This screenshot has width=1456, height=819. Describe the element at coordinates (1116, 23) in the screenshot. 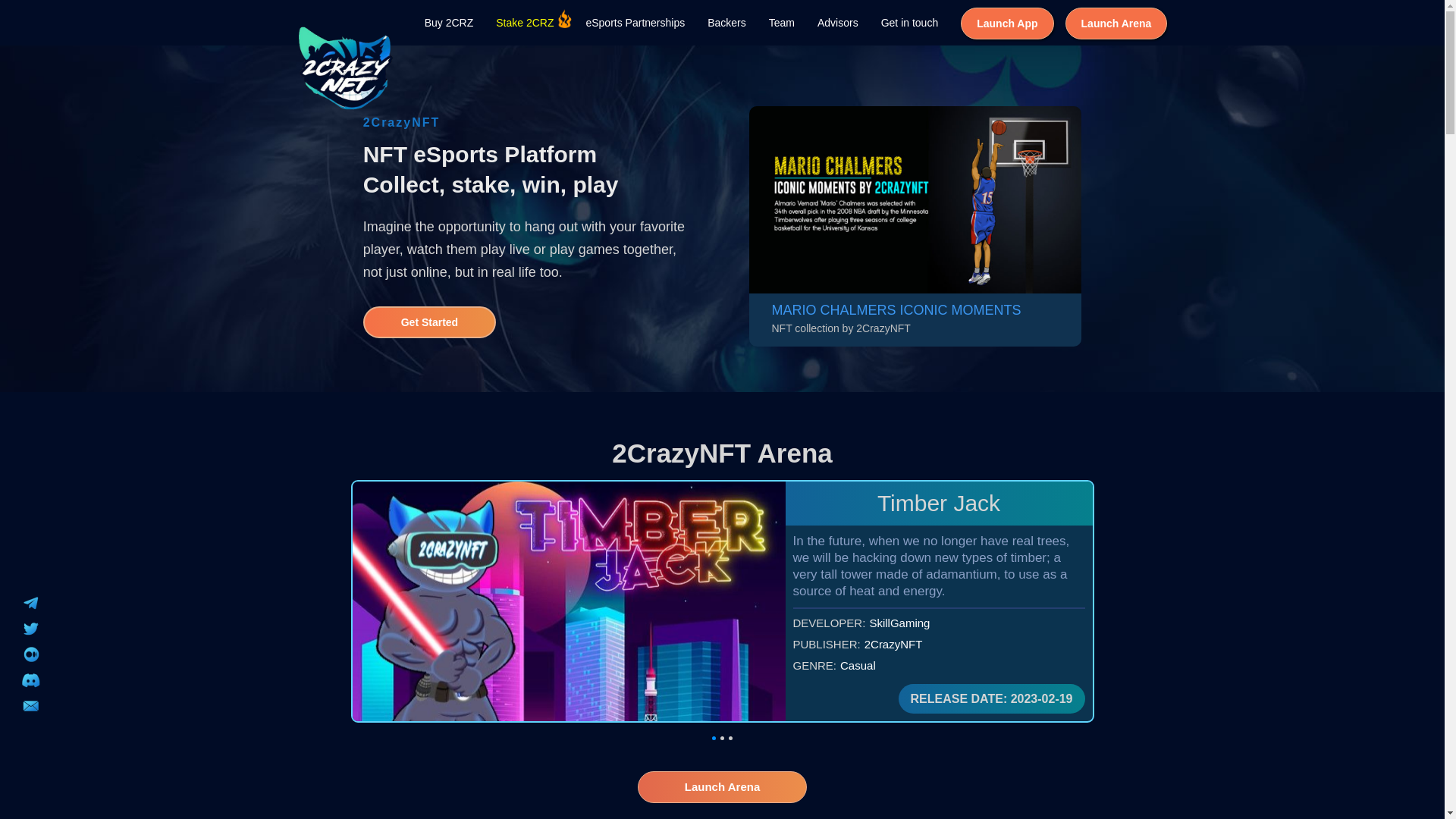

I see `'Launch Arena'` at that location.